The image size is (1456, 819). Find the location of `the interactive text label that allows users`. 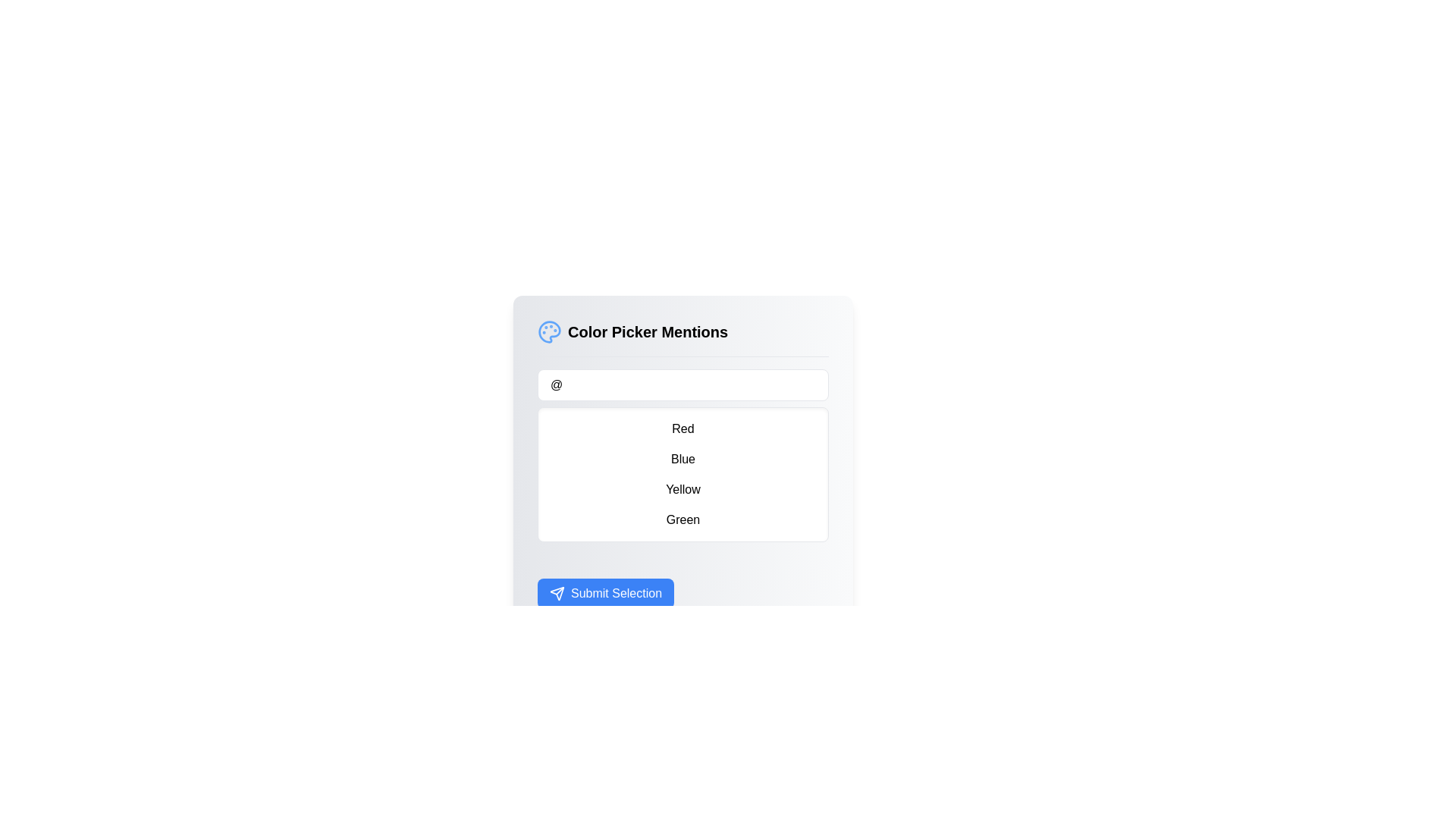

the interactive text label that allows users is located at coordinates (682, 489).